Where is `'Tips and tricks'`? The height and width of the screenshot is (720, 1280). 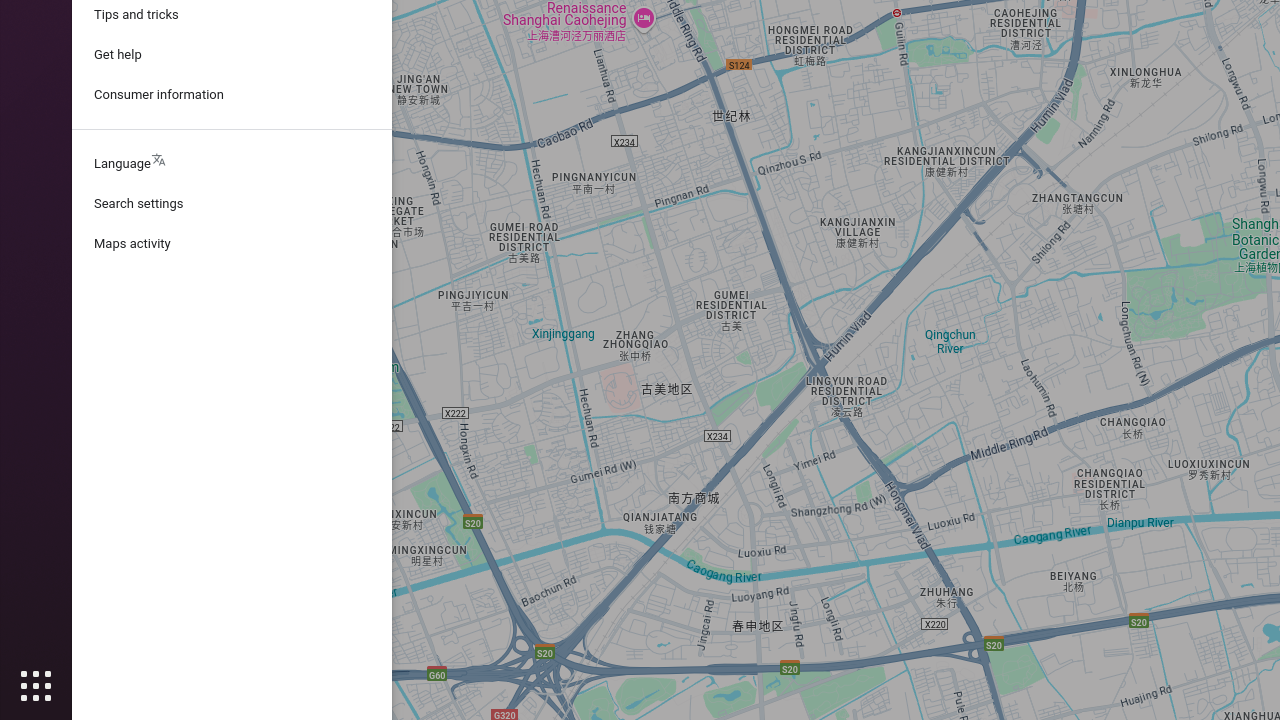 'Tips and tricks' is located at coordinates (231, 14).